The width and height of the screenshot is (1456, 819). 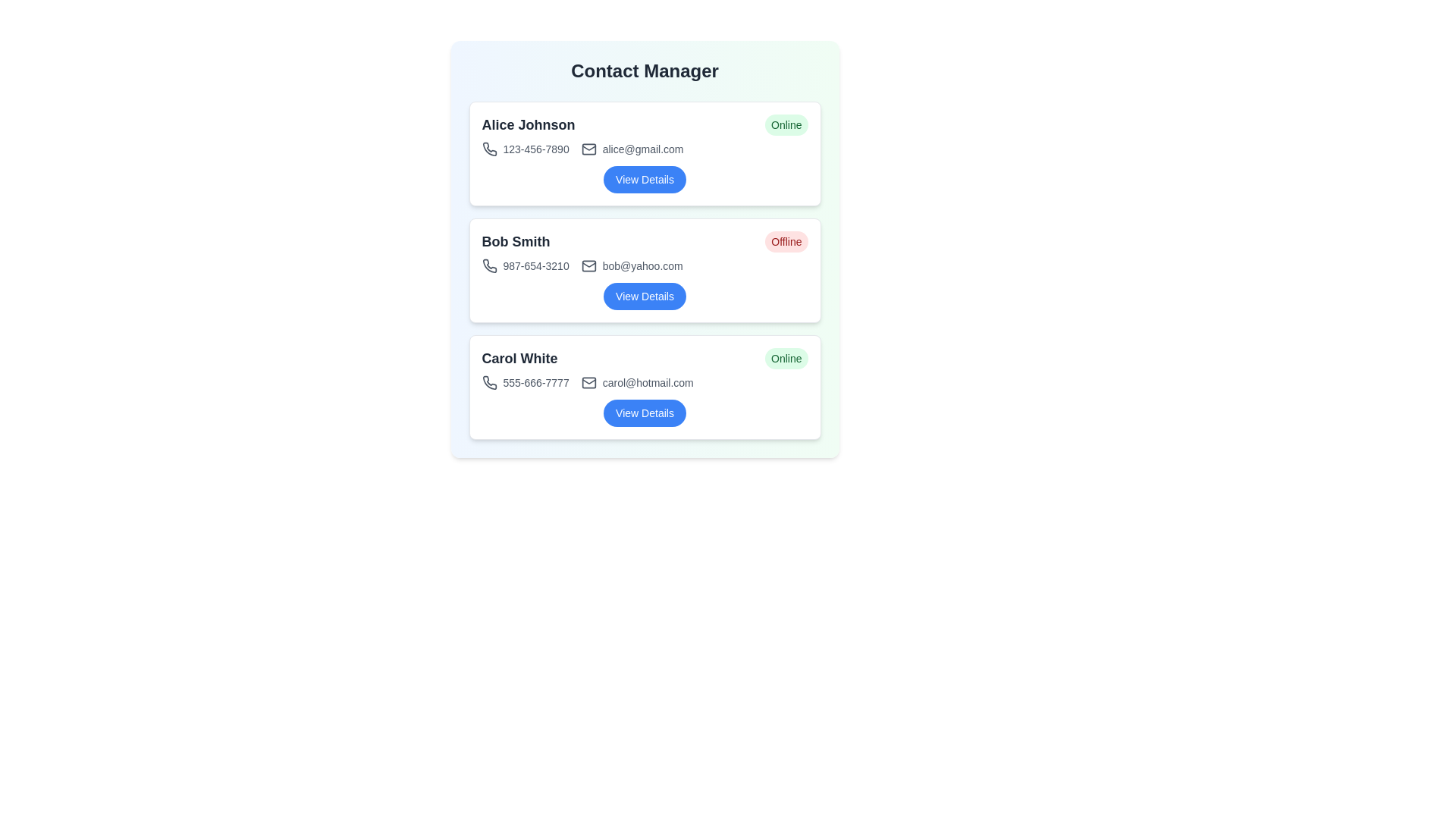 I want to click on the 'View Details' button for the contact identified by Carol White, so click(x=645, y=413).